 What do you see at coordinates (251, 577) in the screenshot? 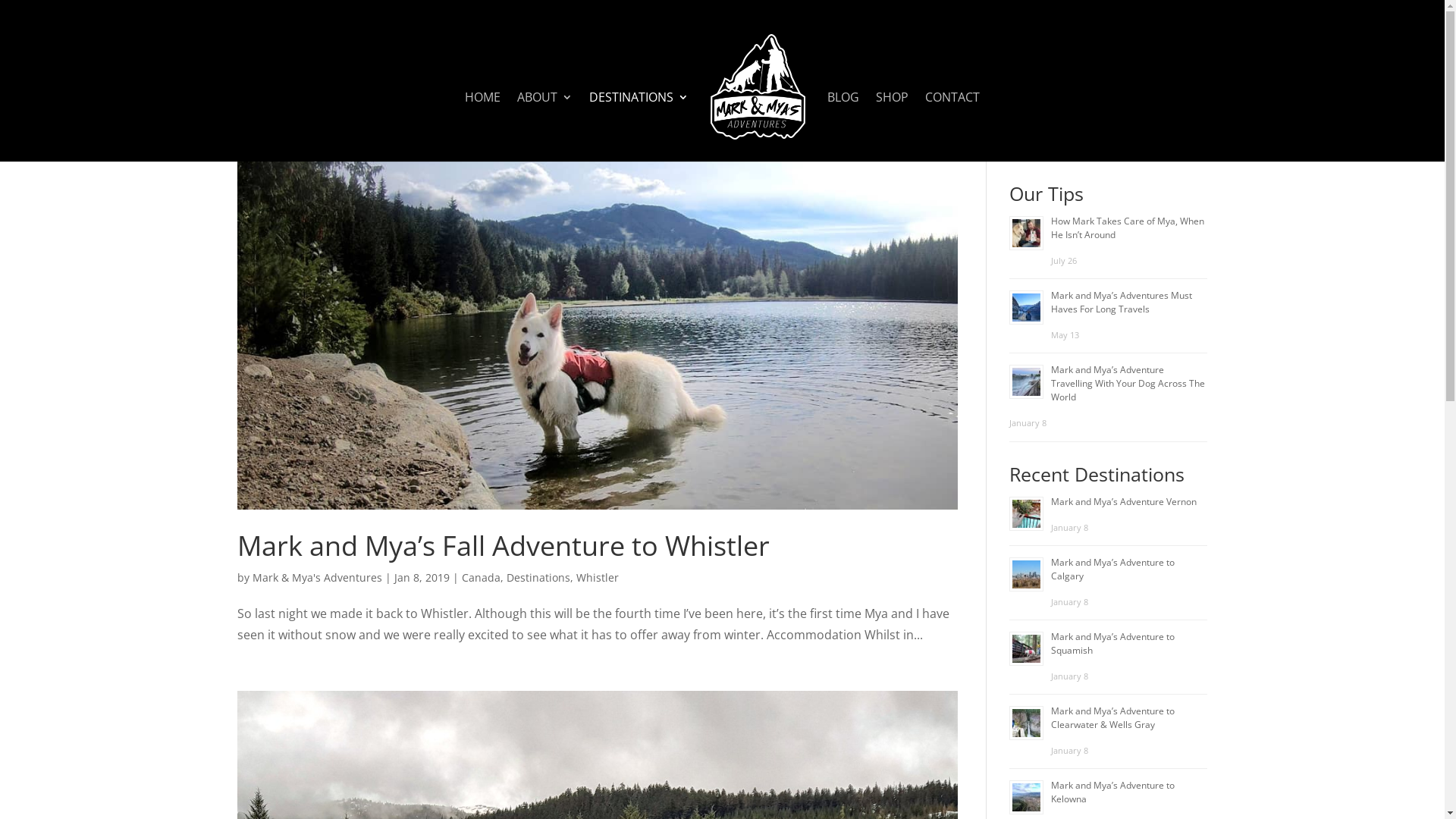
I see `'Mark & Mya's Adventures'` at bounding box center [251, 577].